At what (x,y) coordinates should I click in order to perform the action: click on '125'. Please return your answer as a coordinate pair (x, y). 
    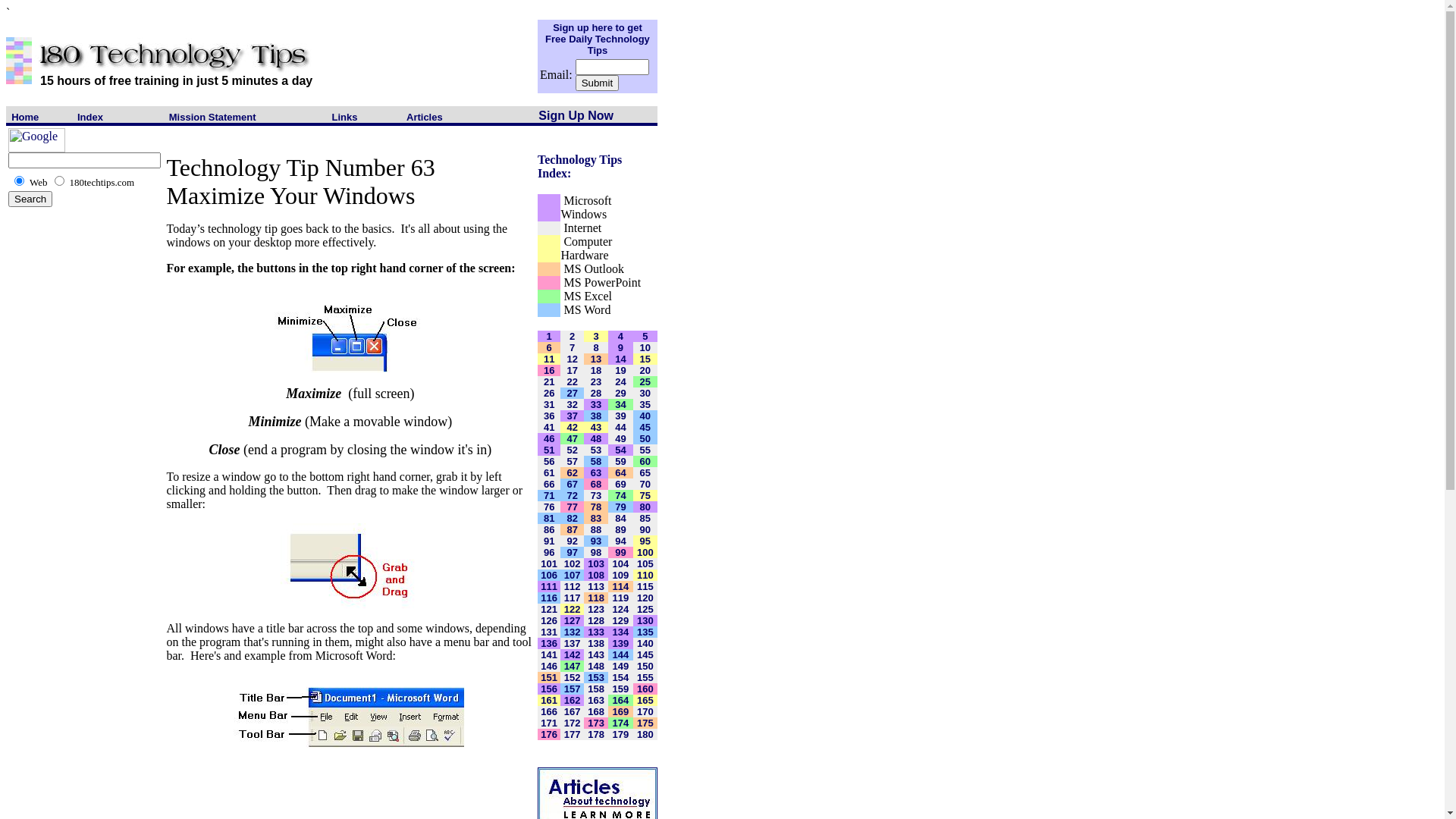
    Looking at the image, I should click on (637, 607).